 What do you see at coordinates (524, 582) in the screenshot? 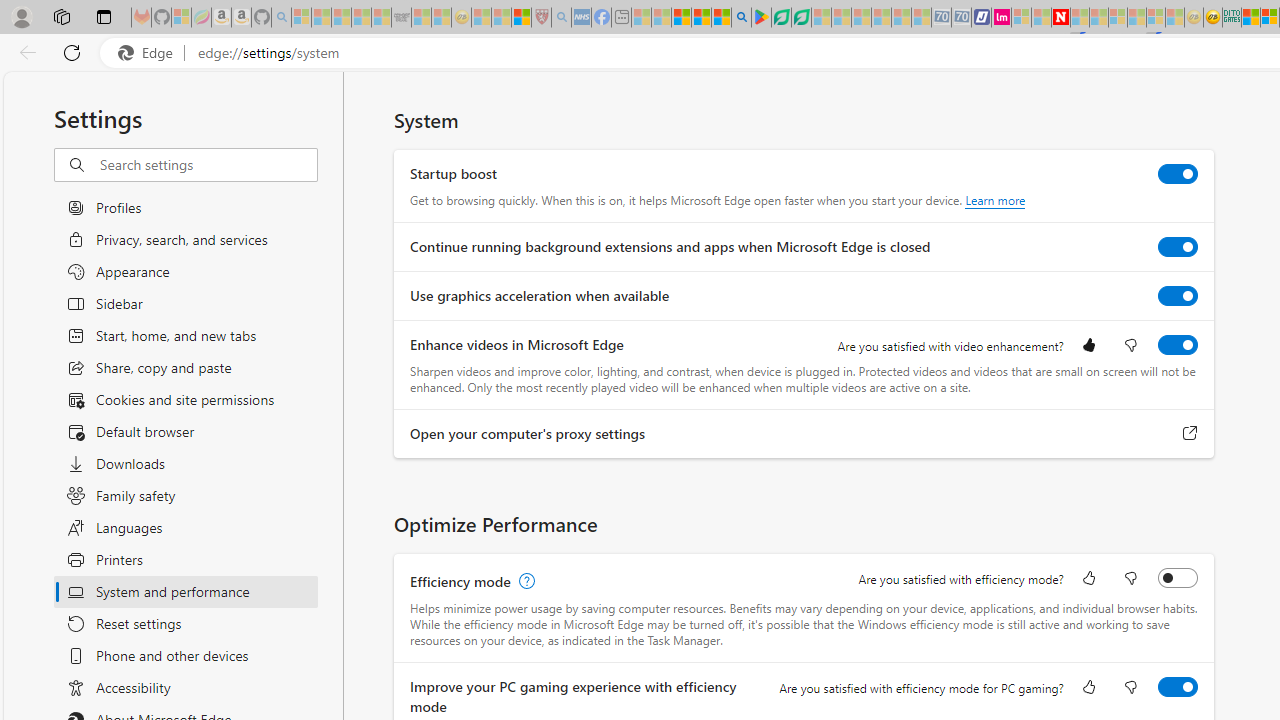
I see `'Efficiency mode, learn more'` at bounding box center [524, 582].